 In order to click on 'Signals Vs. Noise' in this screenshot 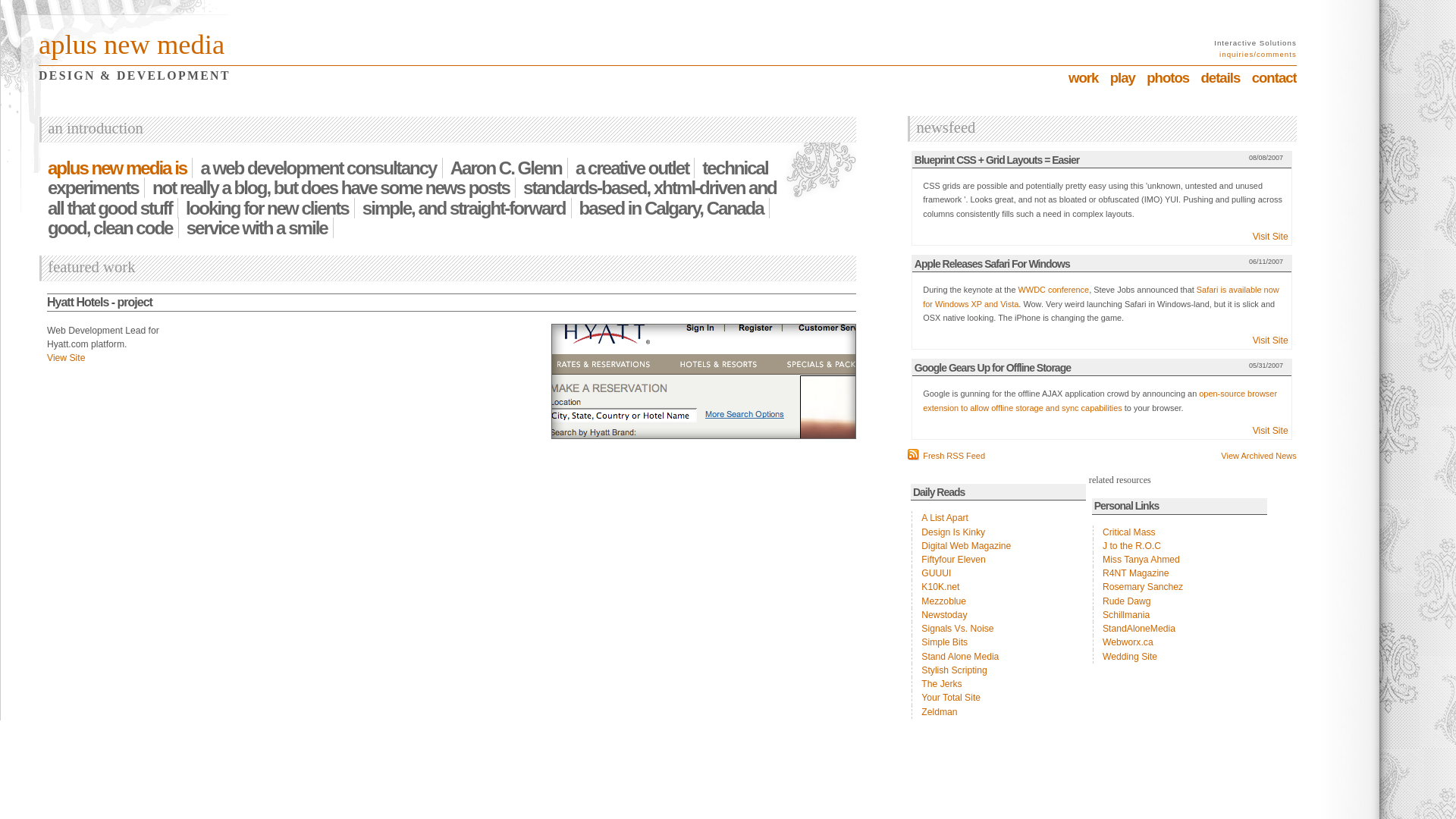, I will do `click(998, 629)`.